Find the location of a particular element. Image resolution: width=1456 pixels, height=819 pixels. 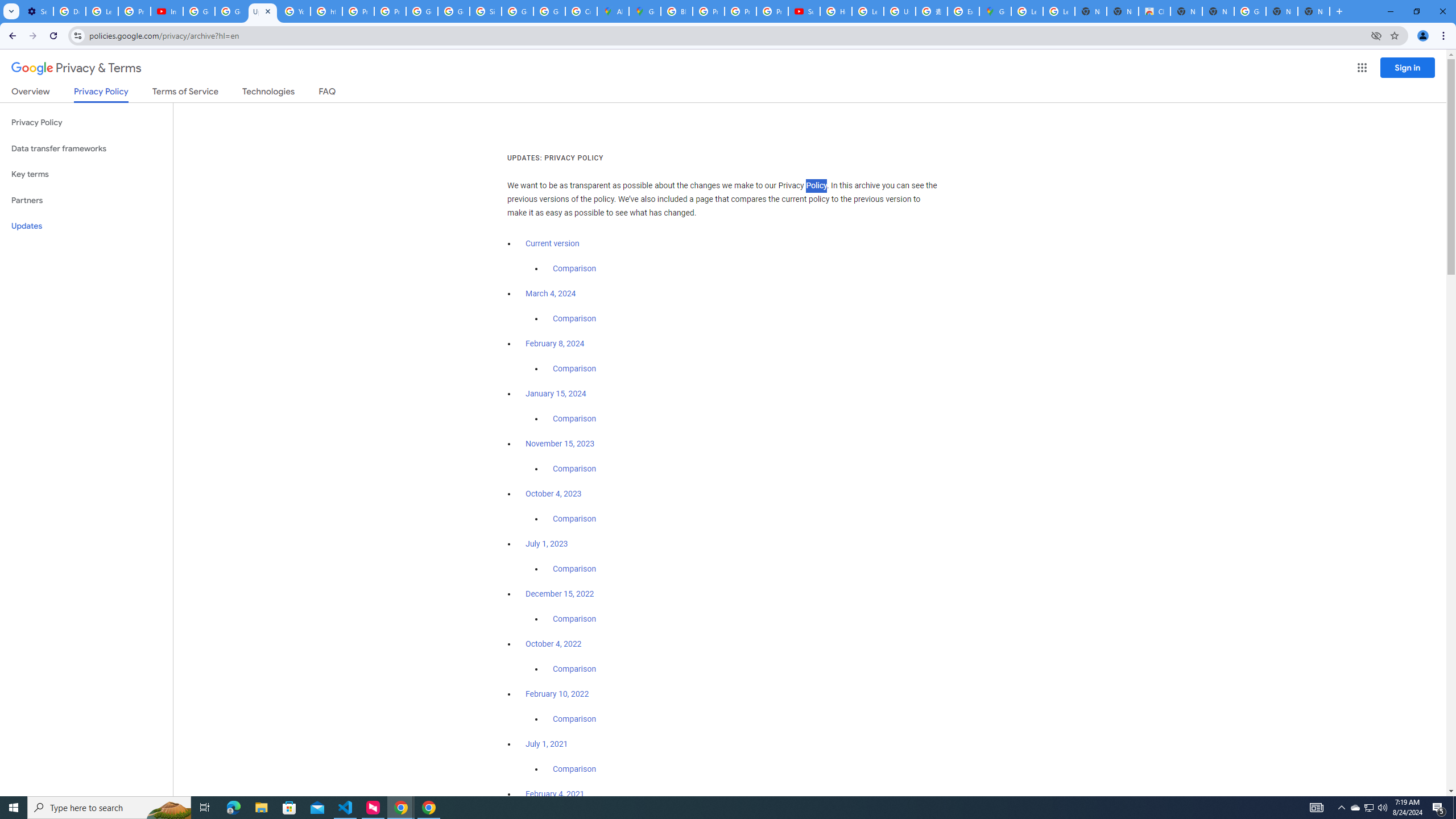

'New Tab' is located at coordinates (1314, 11).